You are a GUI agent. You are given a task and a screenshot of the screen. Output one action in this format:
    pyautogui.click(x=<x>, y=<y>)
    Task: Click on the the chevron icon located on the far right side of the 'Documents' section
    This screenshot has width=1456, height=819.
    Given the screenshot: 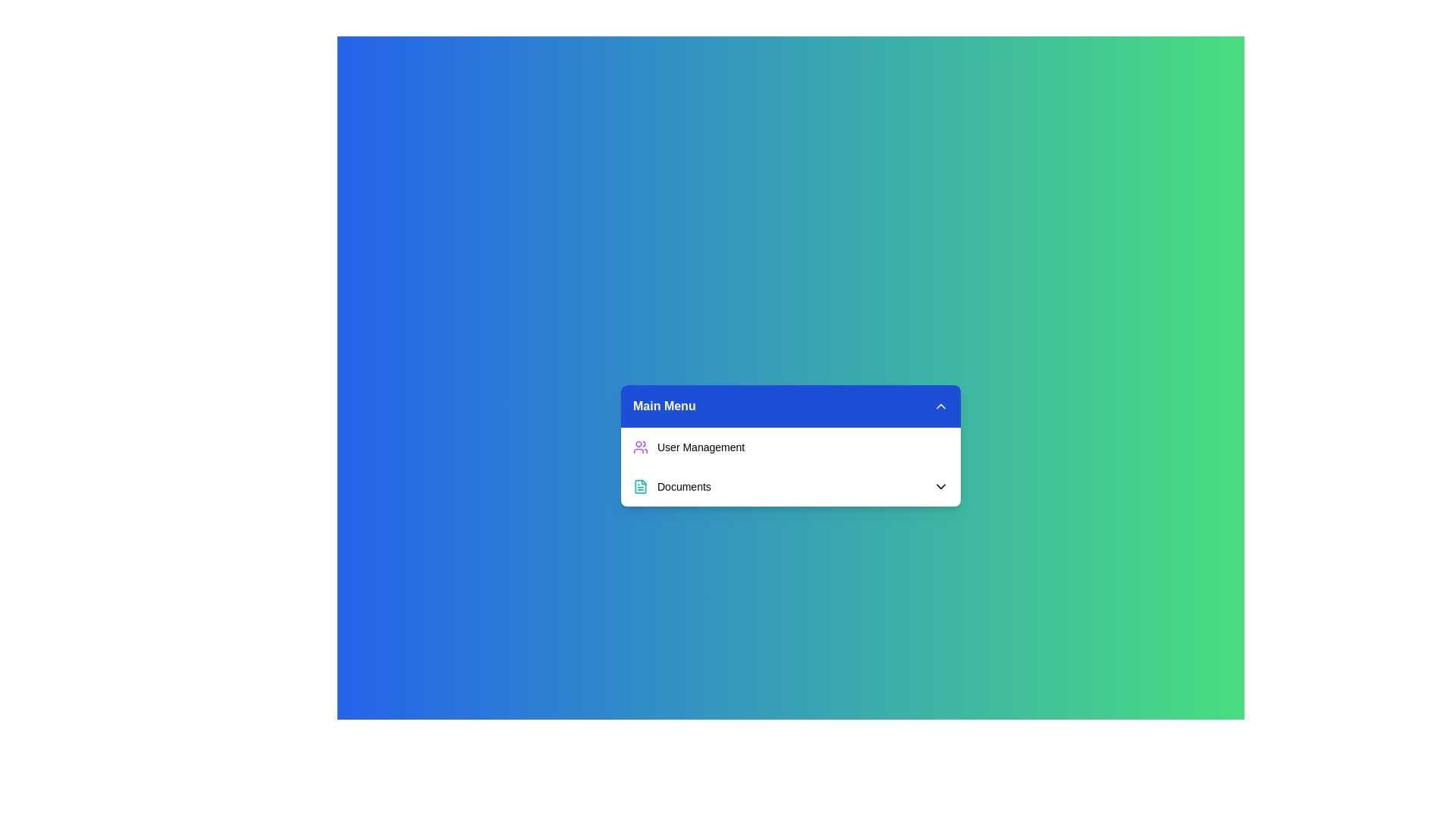 What is the action you would take?
    pyautogui.click(x=940, y=486)
    